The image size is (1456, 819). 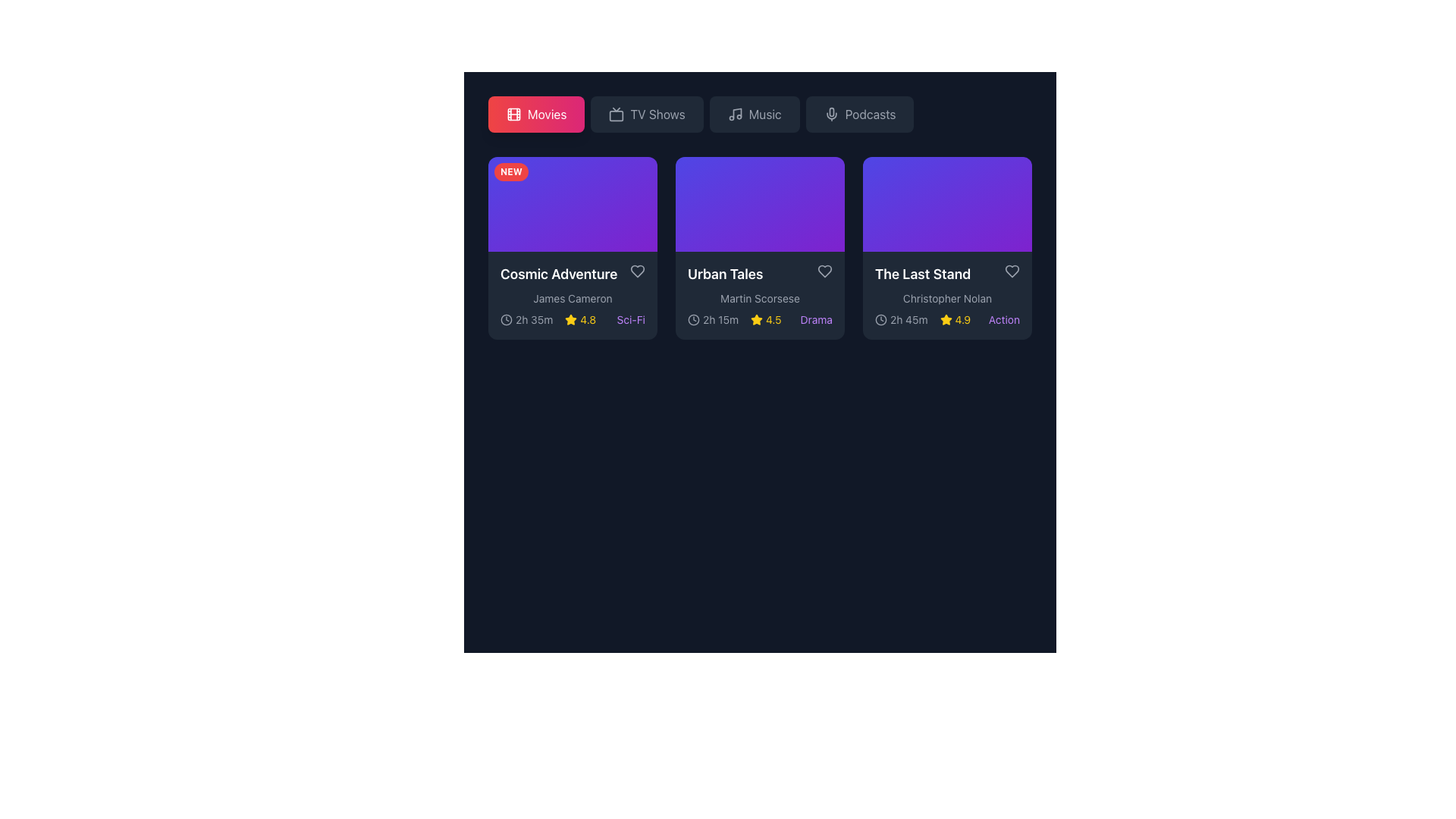 I want to click on the middle card in the three-column layout, so click(x=760, y=218).